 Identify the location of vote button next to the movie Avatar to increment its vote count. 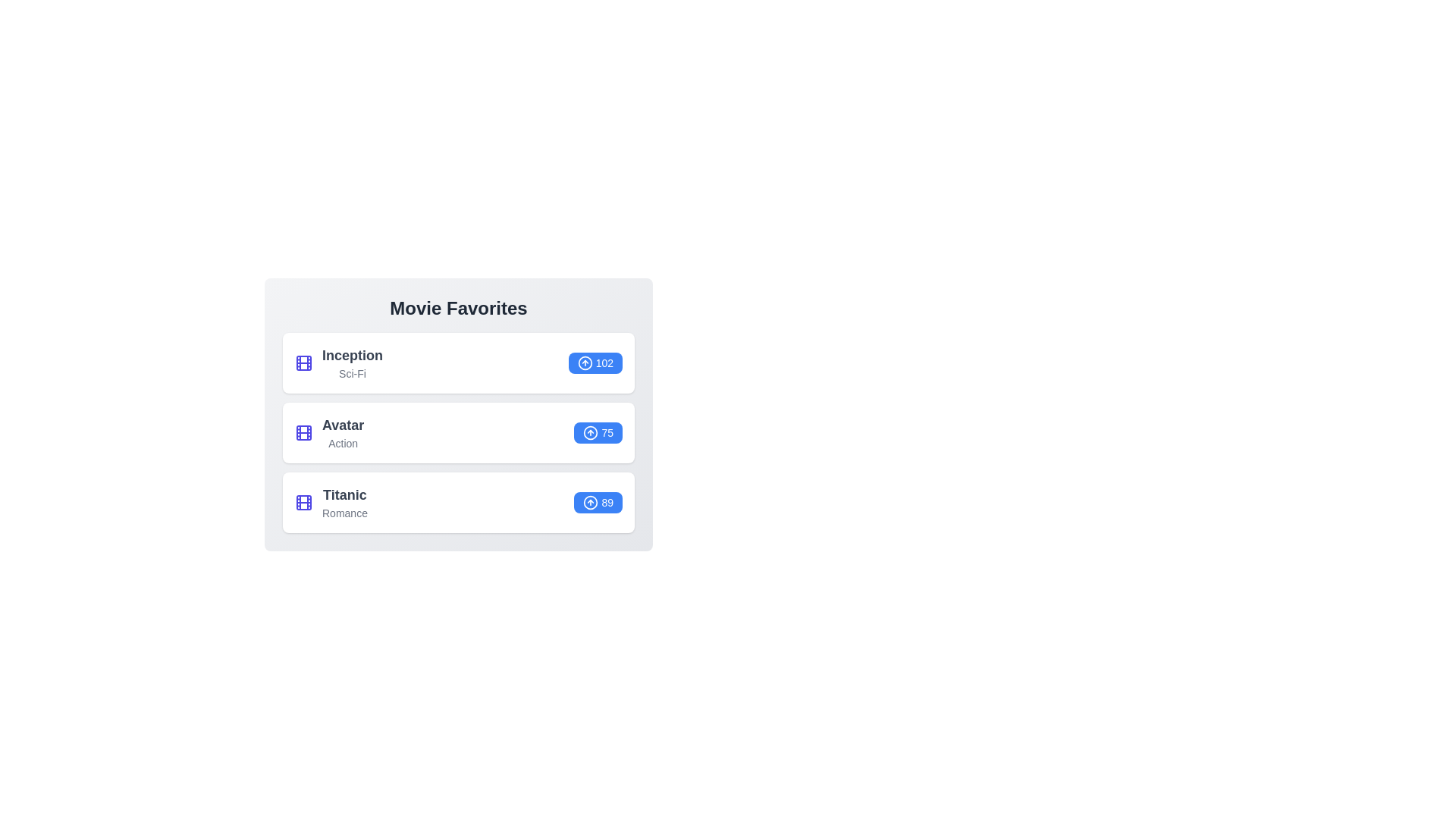
(598, 432).